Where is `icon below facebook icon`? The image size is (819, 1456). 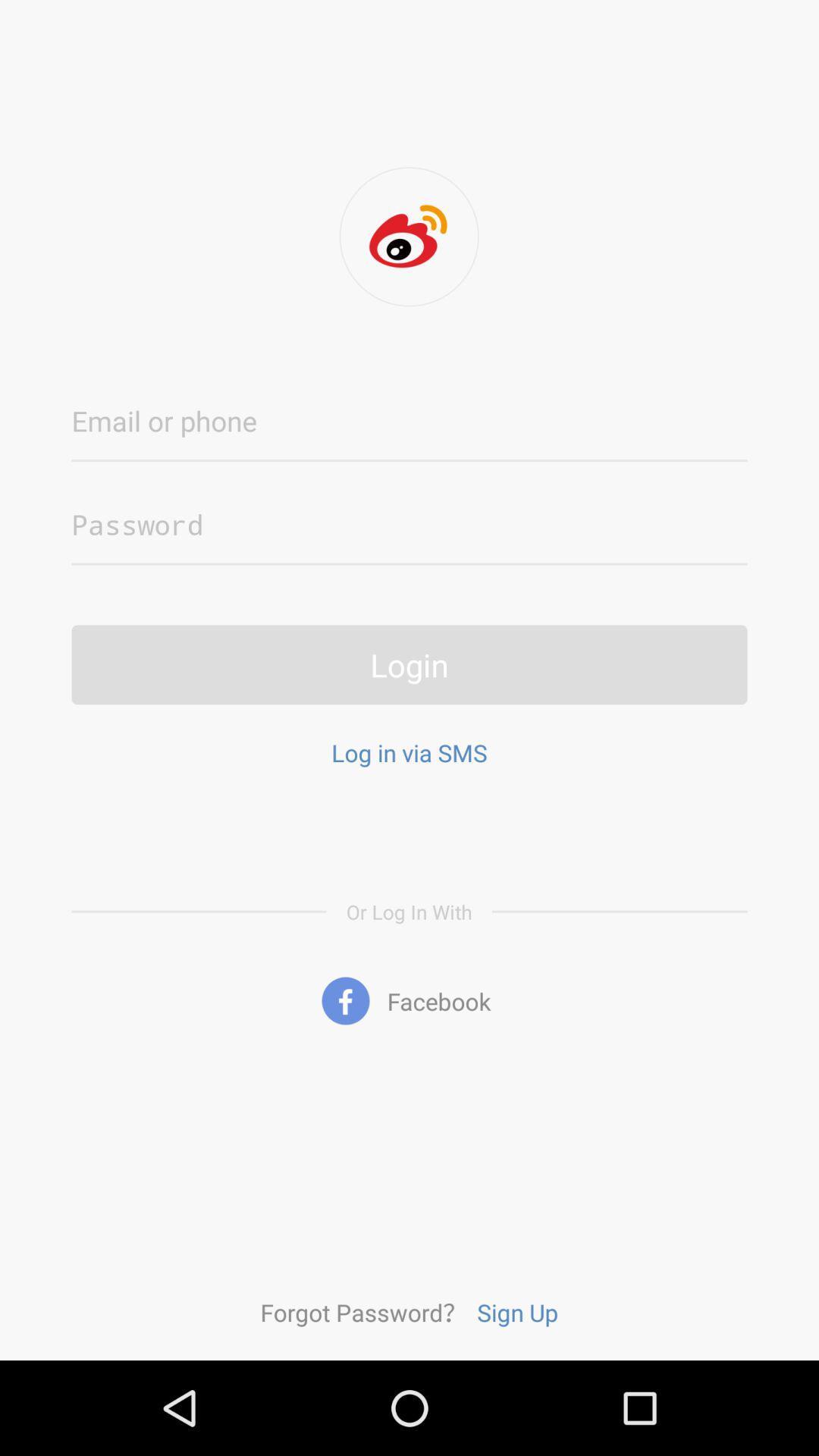 icon below facebook icon is located at coordinates (516, 1311).